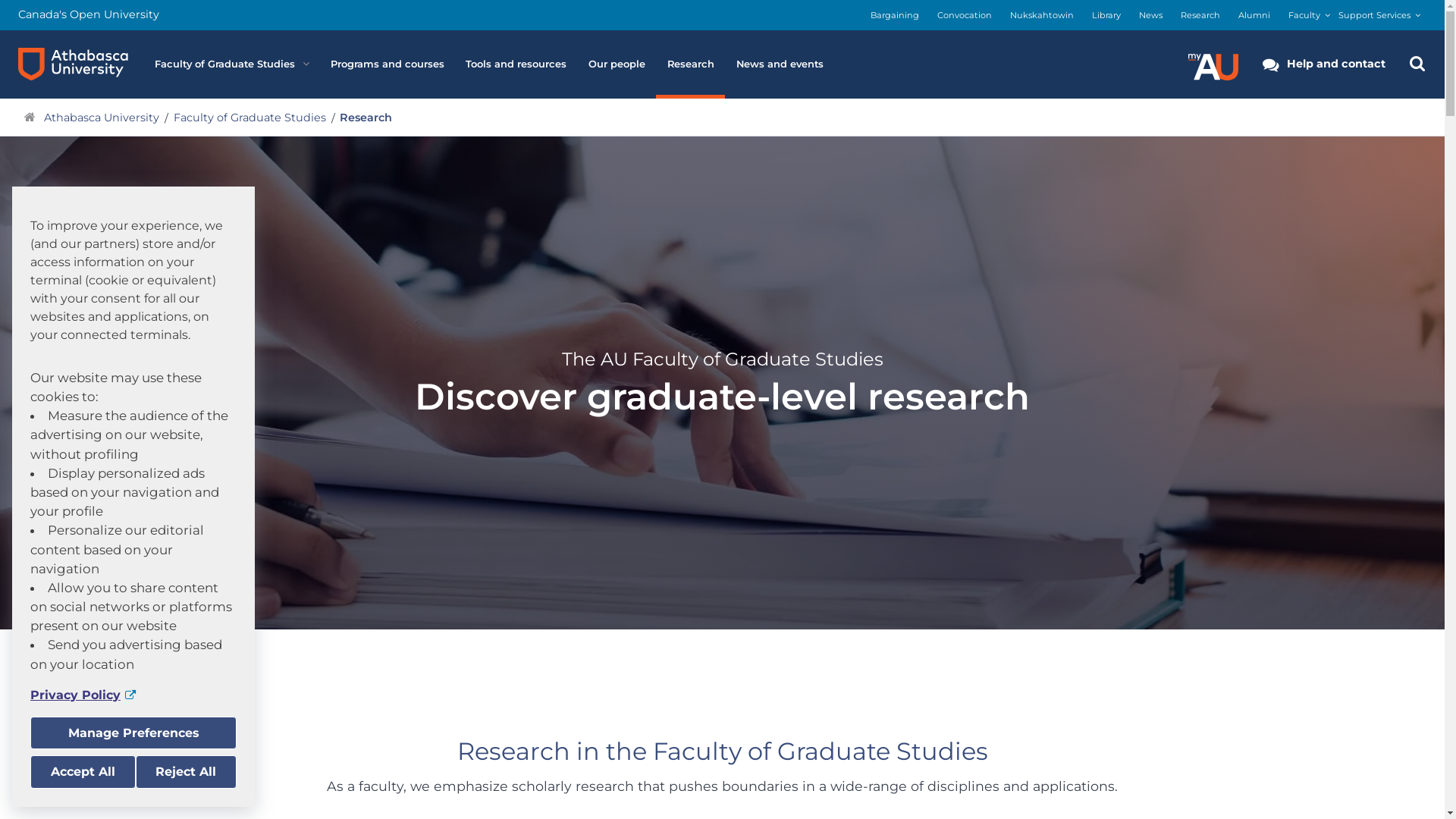 The width and height of the screenshot is (1456, 819). Describe the element at coordinates (1106, 15) in the screenshot. I see `'Library'` at that location.